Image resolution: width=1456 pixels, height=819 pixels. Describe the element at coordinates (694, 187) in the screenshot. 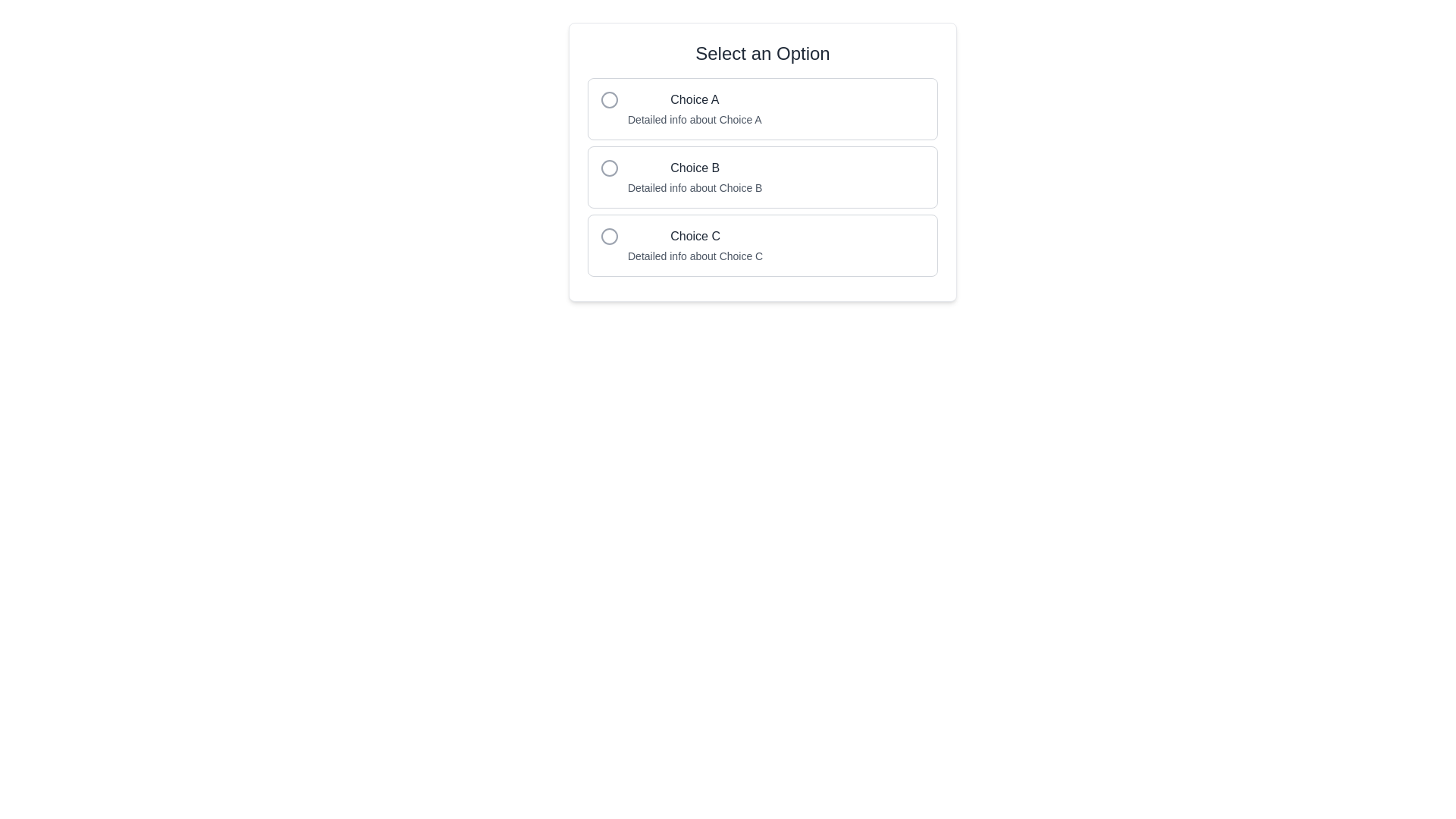

I see `the text label displaying 'Detailed info about Choice B', which is styled in a smaller font size and a lighter gray color, located directly beneath the text 'Choice B' in the second selectable option` at that location.